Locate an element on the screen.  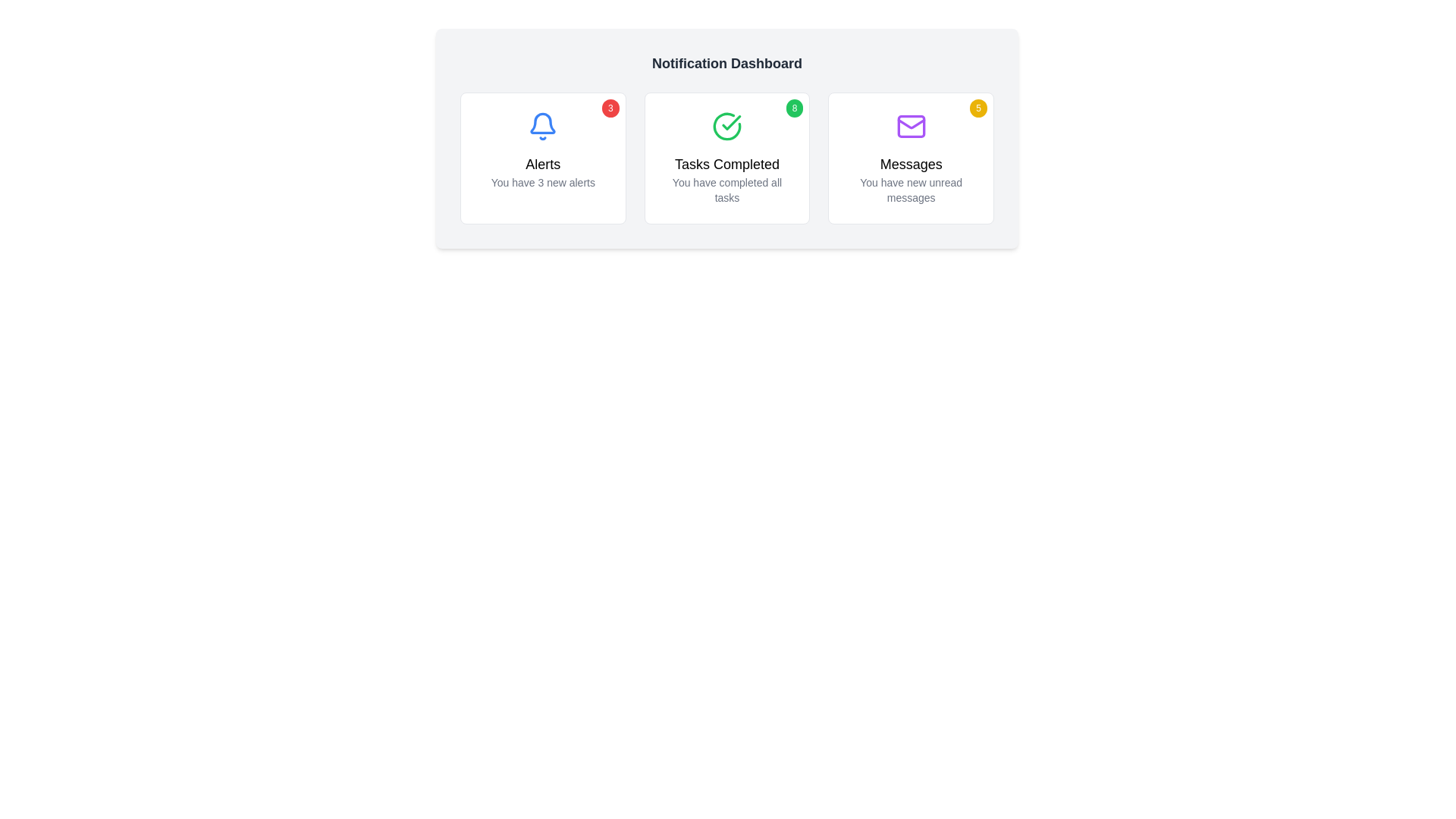
the Text display area that shows information about new unread messages, which is located in the rightmost card of a set of three cards, centered below an icon and badge displaying '5' is located at coordinates (910, 178).